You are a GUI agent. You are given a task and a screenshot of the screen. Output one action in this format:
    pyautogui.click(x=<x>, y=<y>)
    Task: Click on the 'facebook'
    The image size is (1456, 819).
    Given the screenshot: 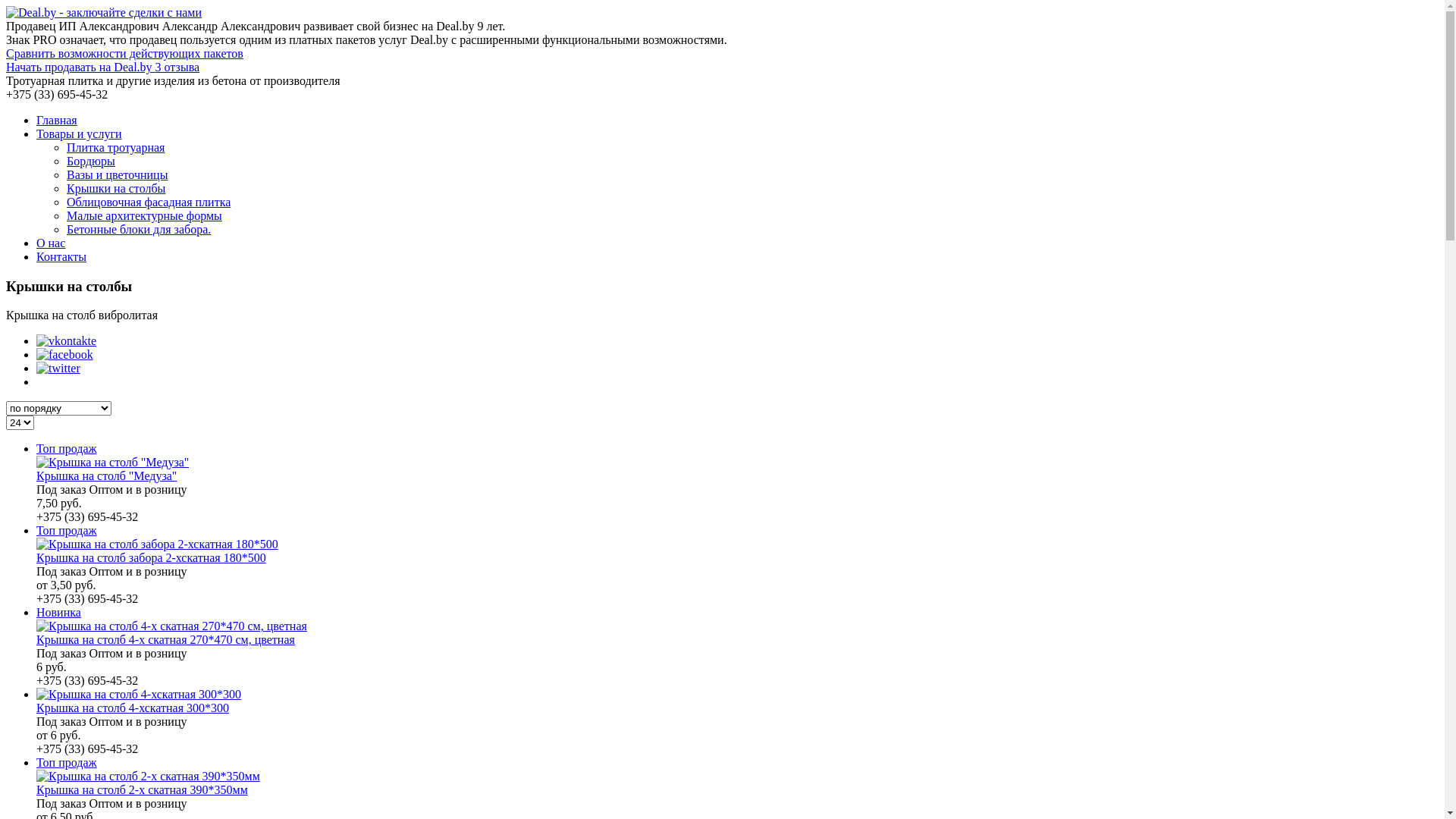 What is the action you would take?
    pyautogui.click(x=36, y=354)
    